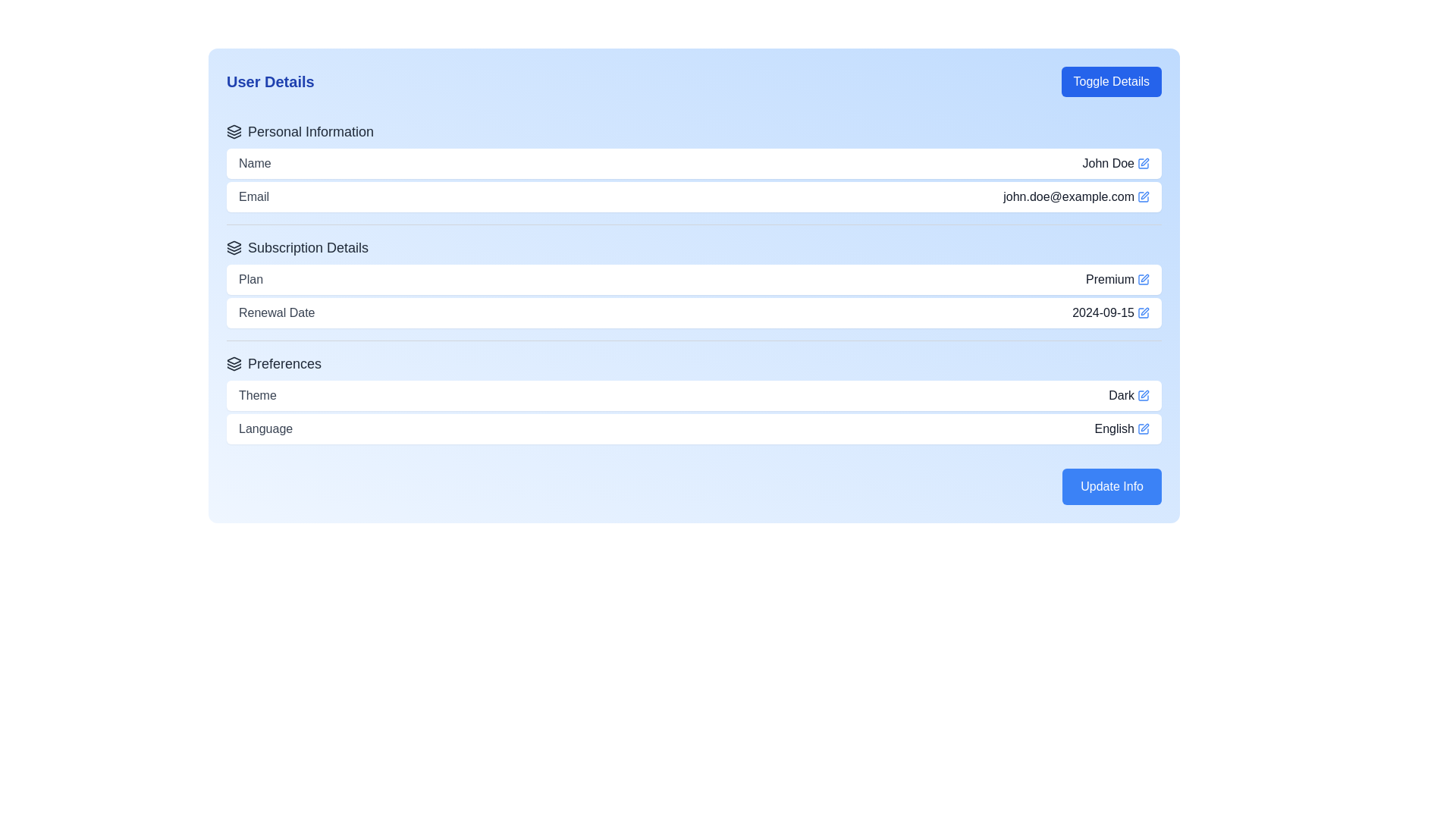 This screenshot has height=819, width=1456. I want to click on the edit icon button located to the right of the 'John Doe' label in the 'Personal Information' section, so click(1143, 164).